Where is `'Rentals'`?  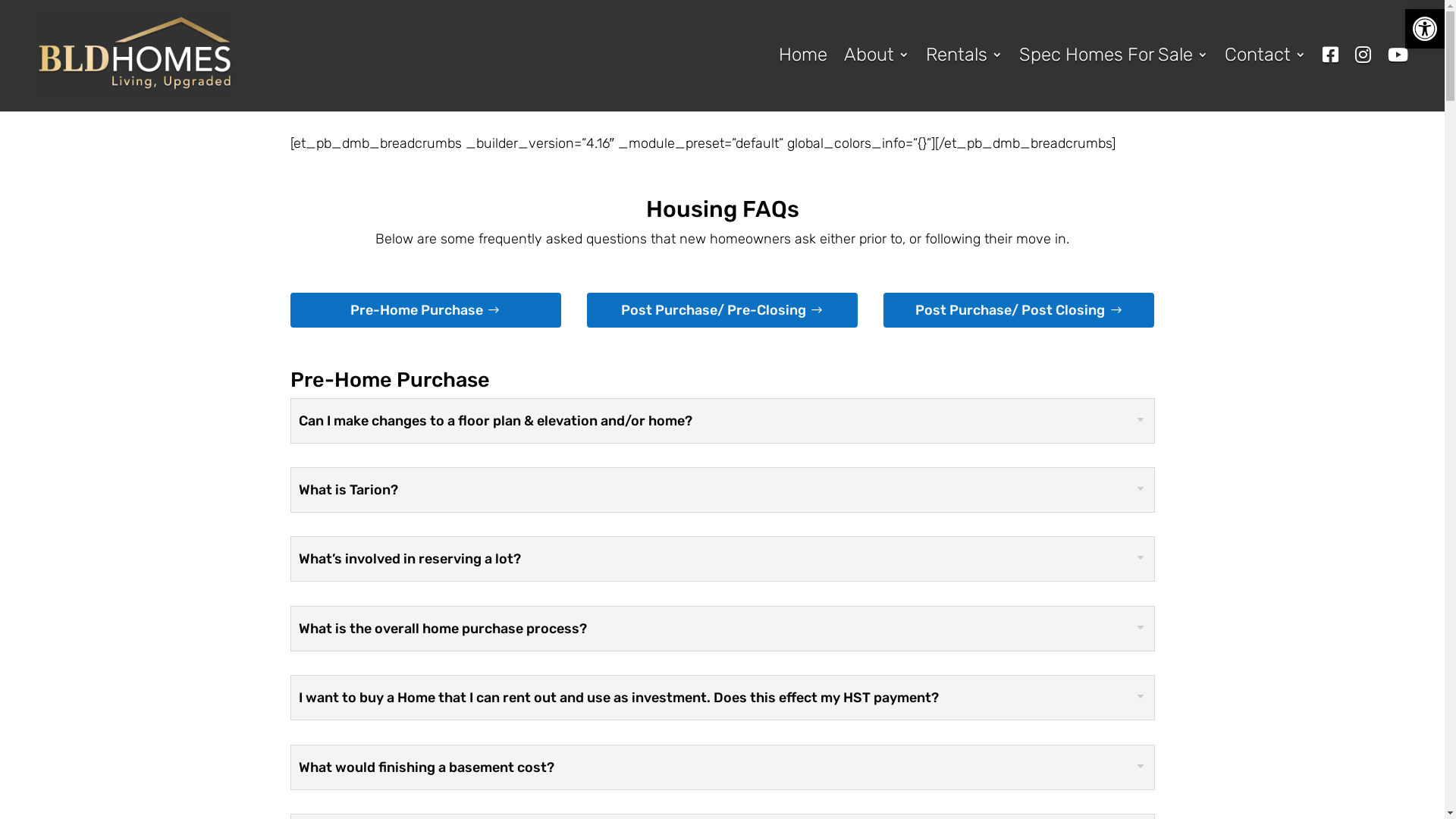 'Rentals' is located at coordinates (963, 54).